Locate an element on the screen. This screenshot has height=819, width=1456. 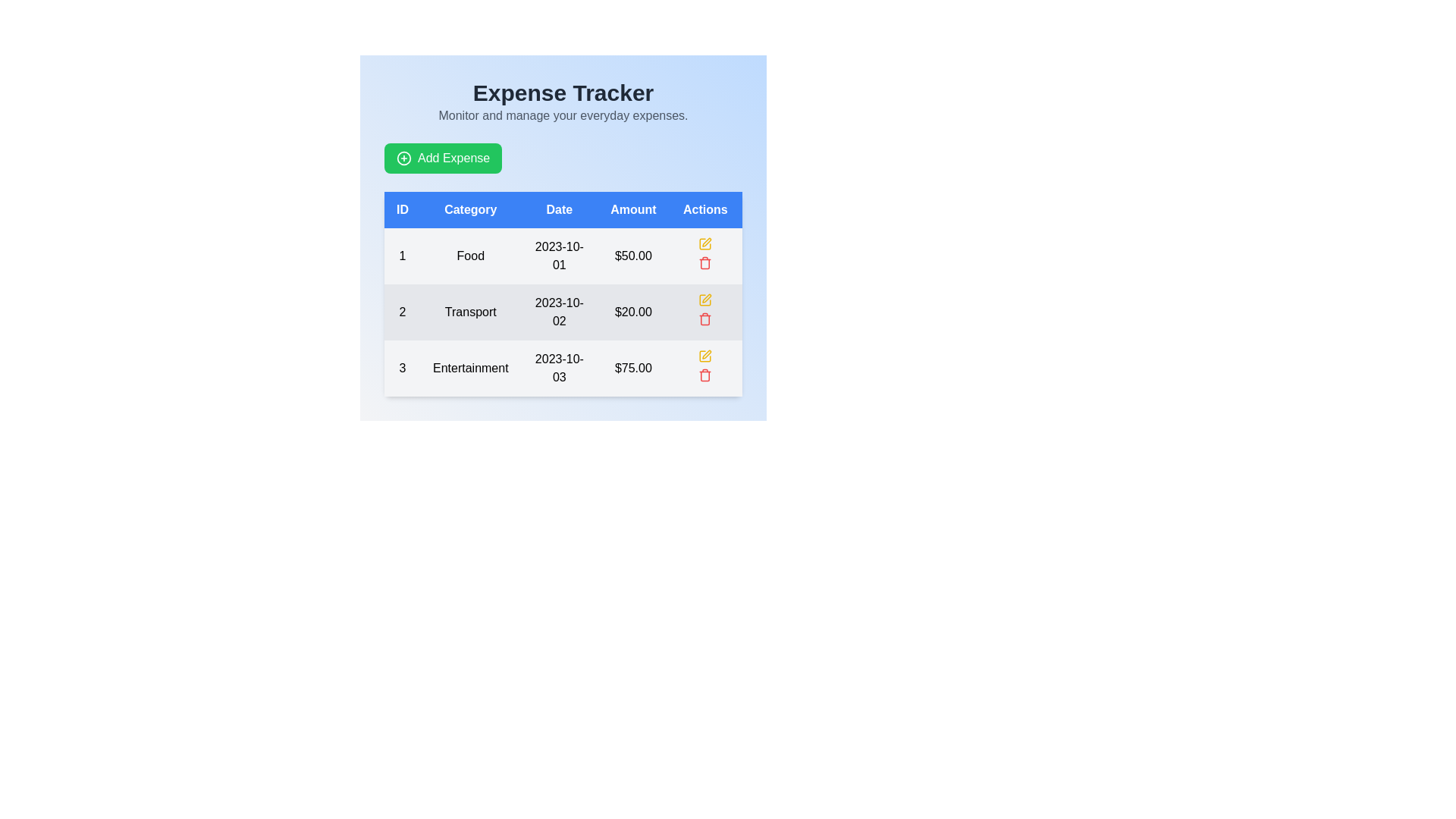
the edit action button in the 'Actions' column for the second row of the table to initiate edit mode is located at coordinates (704, 300).